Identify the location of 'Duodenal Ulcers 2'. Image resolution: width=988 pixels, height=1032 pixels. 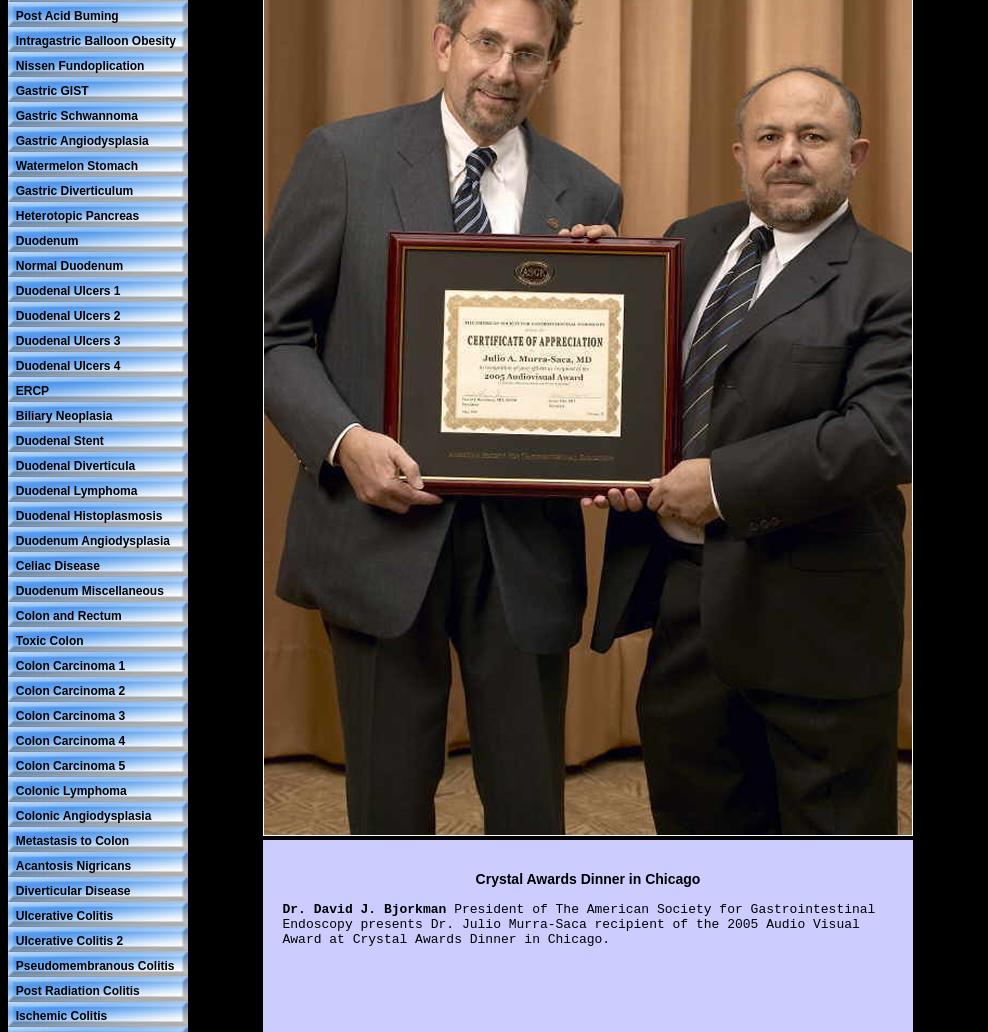
(67, 314).